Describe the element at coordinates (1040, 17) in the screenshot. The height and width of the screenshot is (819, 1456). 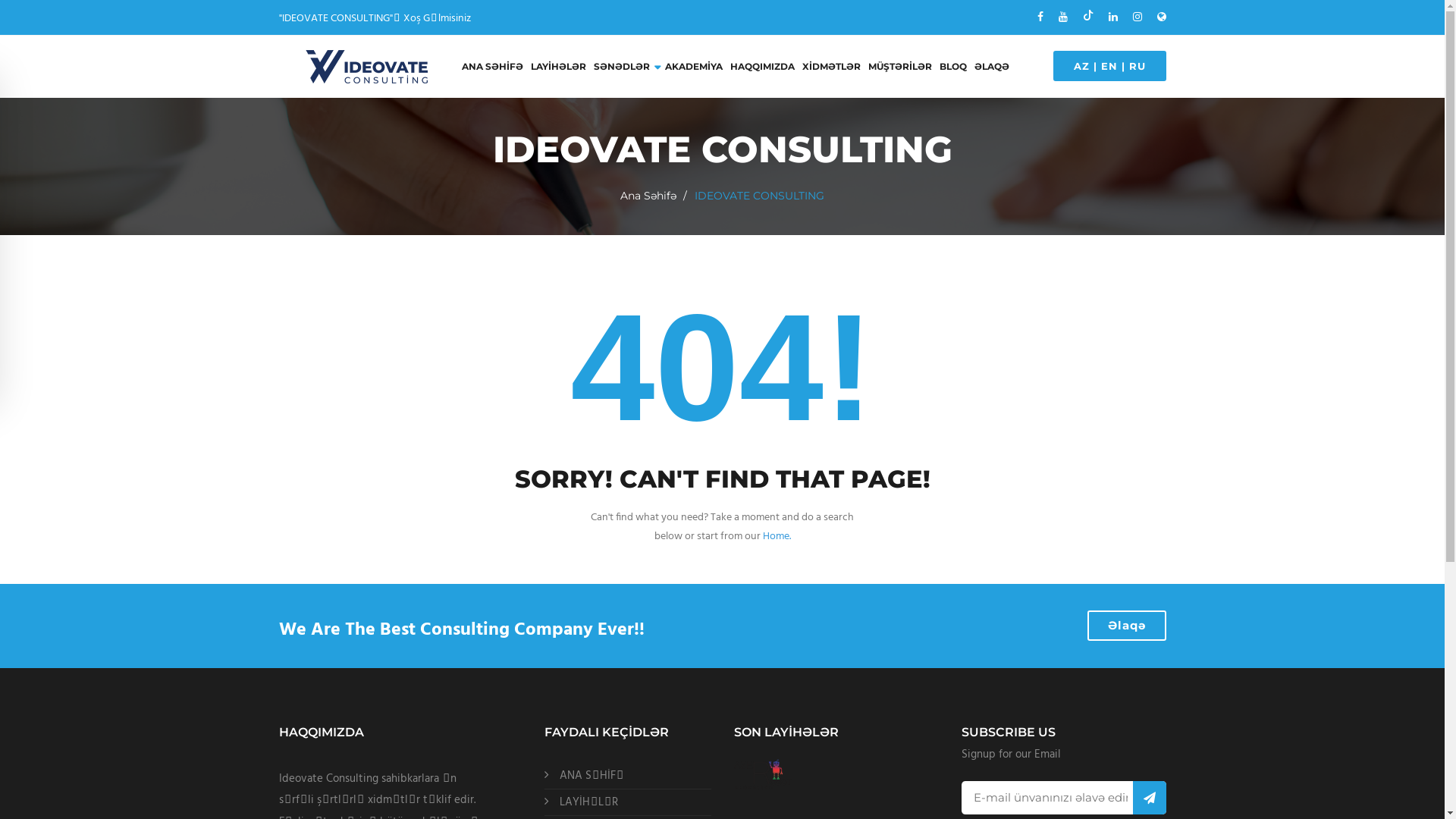
I see `'facebook'` at that location.